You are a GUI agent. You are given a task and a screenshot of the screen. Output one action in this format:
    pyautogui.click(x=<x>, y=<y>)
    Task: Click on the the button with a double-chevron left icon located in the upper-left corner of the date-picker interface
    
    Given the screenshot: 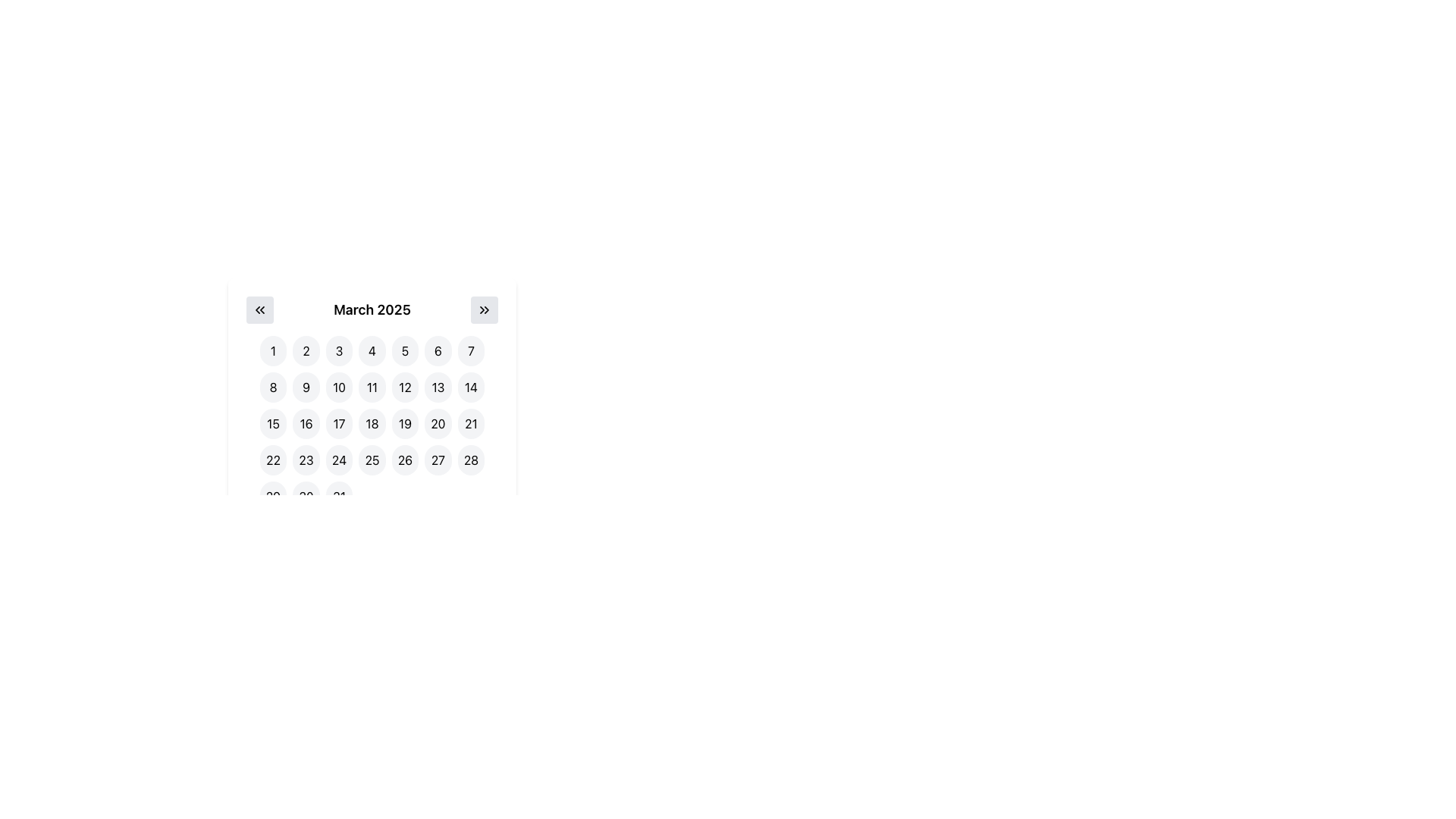 What is the action you would take?
    pyautogui.click(x=259, y=309)
    